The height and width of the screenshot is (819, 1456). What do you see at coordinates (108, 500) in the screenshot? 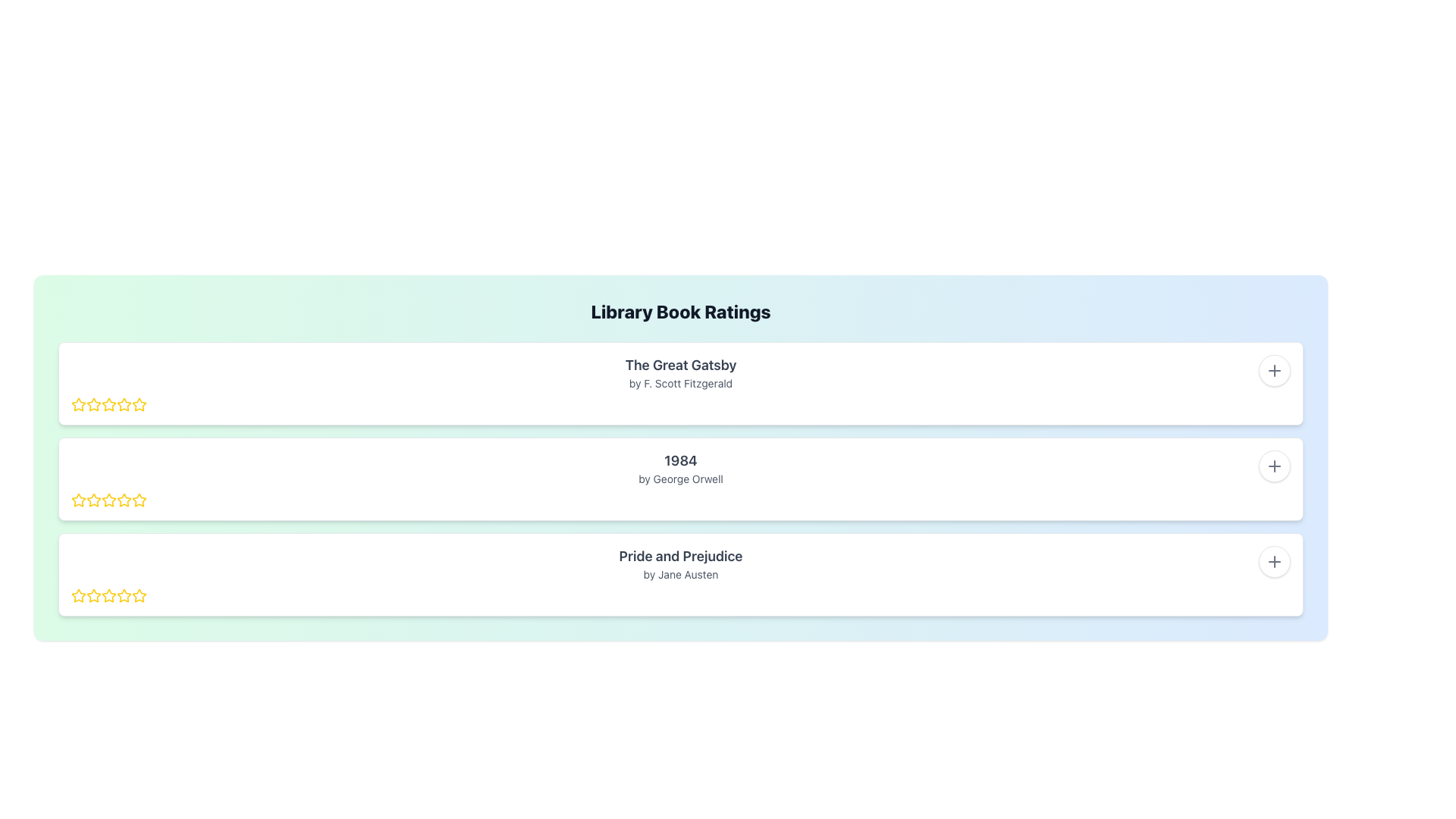
I see `the fifth star icon in the rating system for the '1984' book entry to receive interaction feedback` at bounding box center [108, 500].